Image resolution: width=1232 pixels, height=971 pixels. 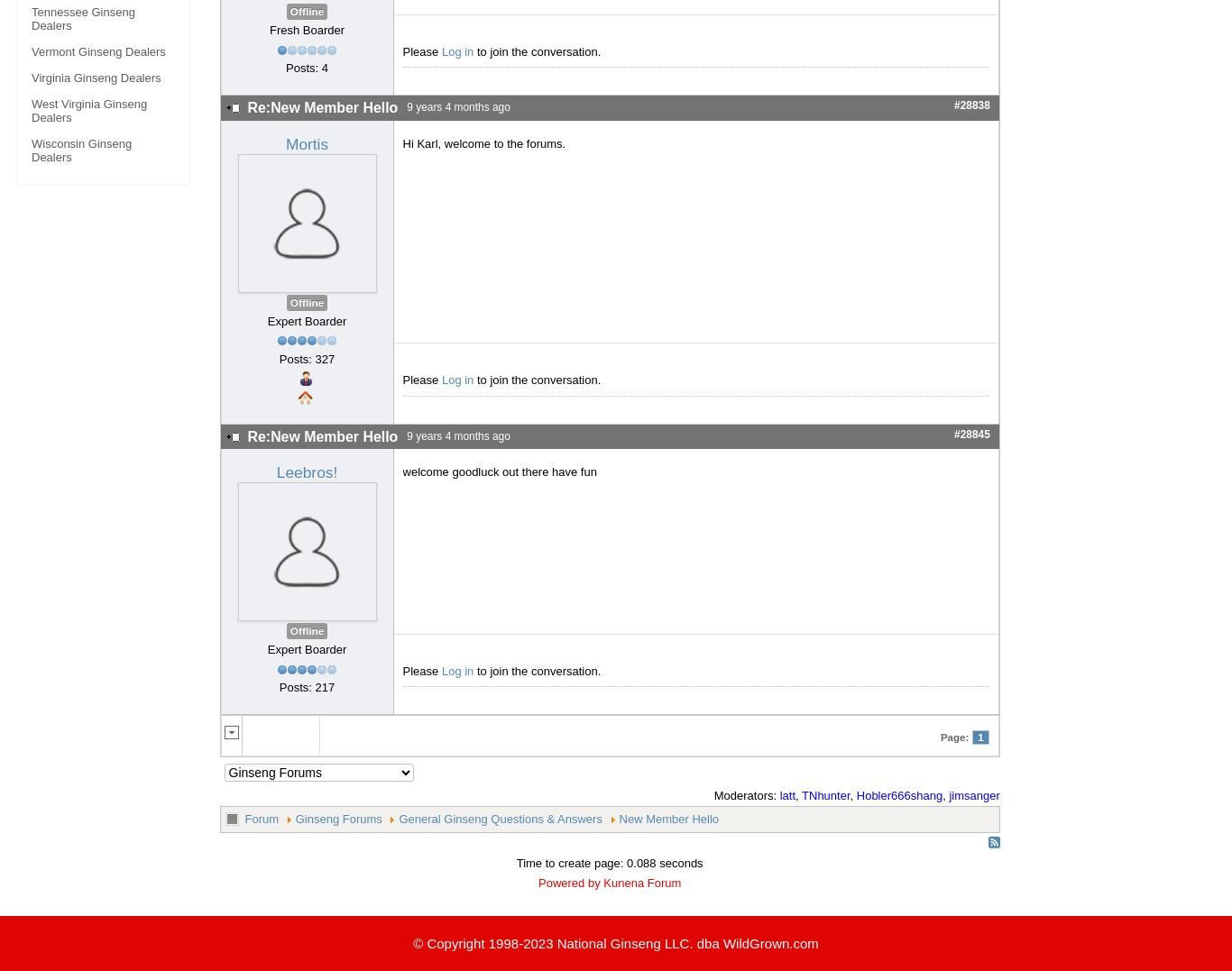 What do you see at coordinates (786, 795) in the screenshot?
I see `'latt'` at bounding box center [786, 795].